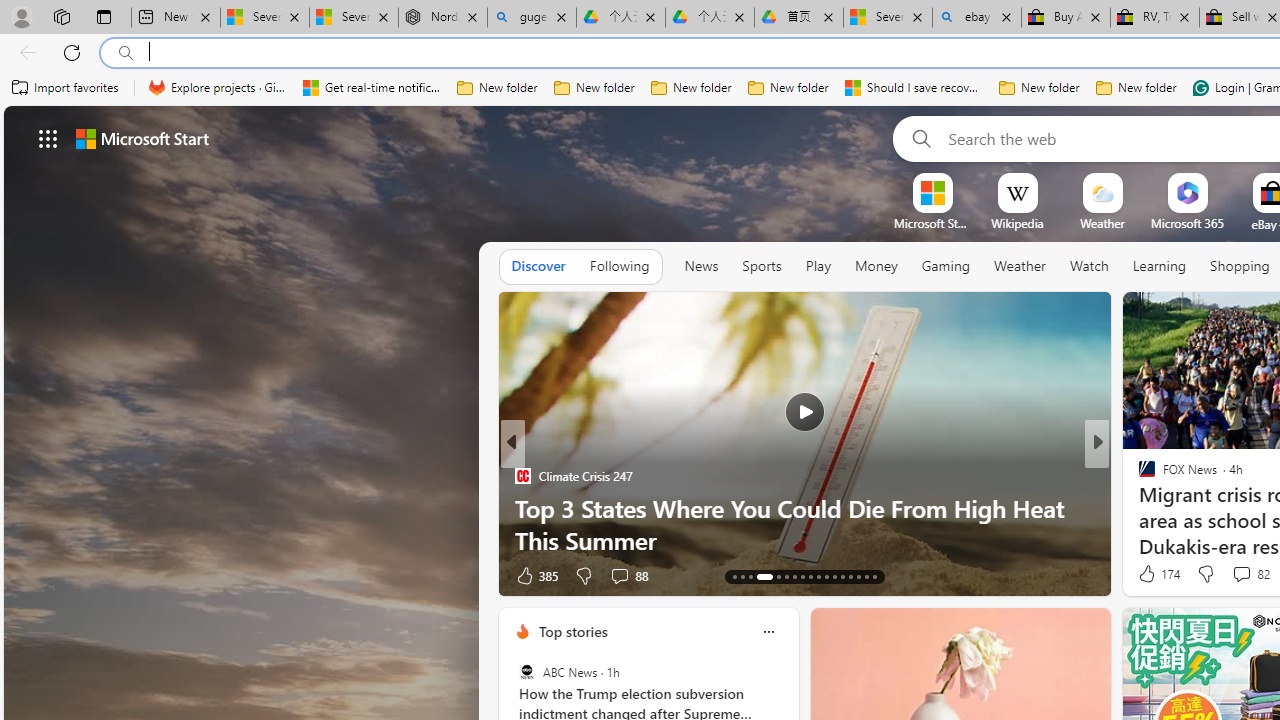 The width and height of the screenshot is (1280, 720). What do you see at coordinates (1234, 575) in the screenshot?
I see `'View comments 2 Comment'` at bounding box center [1234, 575].